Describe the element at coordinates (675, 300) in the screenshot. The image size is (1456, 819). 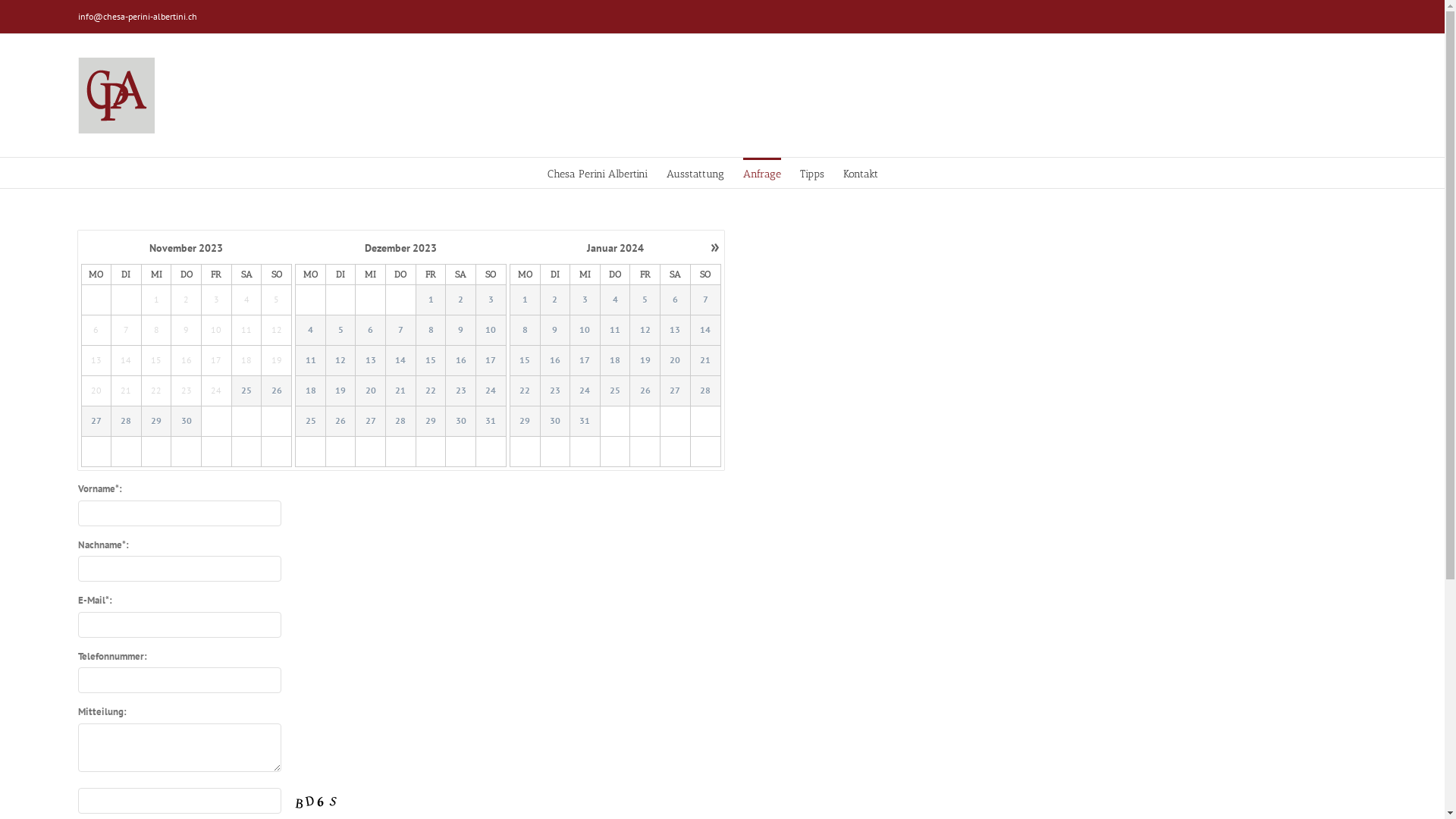
I see `'6'` at that location.